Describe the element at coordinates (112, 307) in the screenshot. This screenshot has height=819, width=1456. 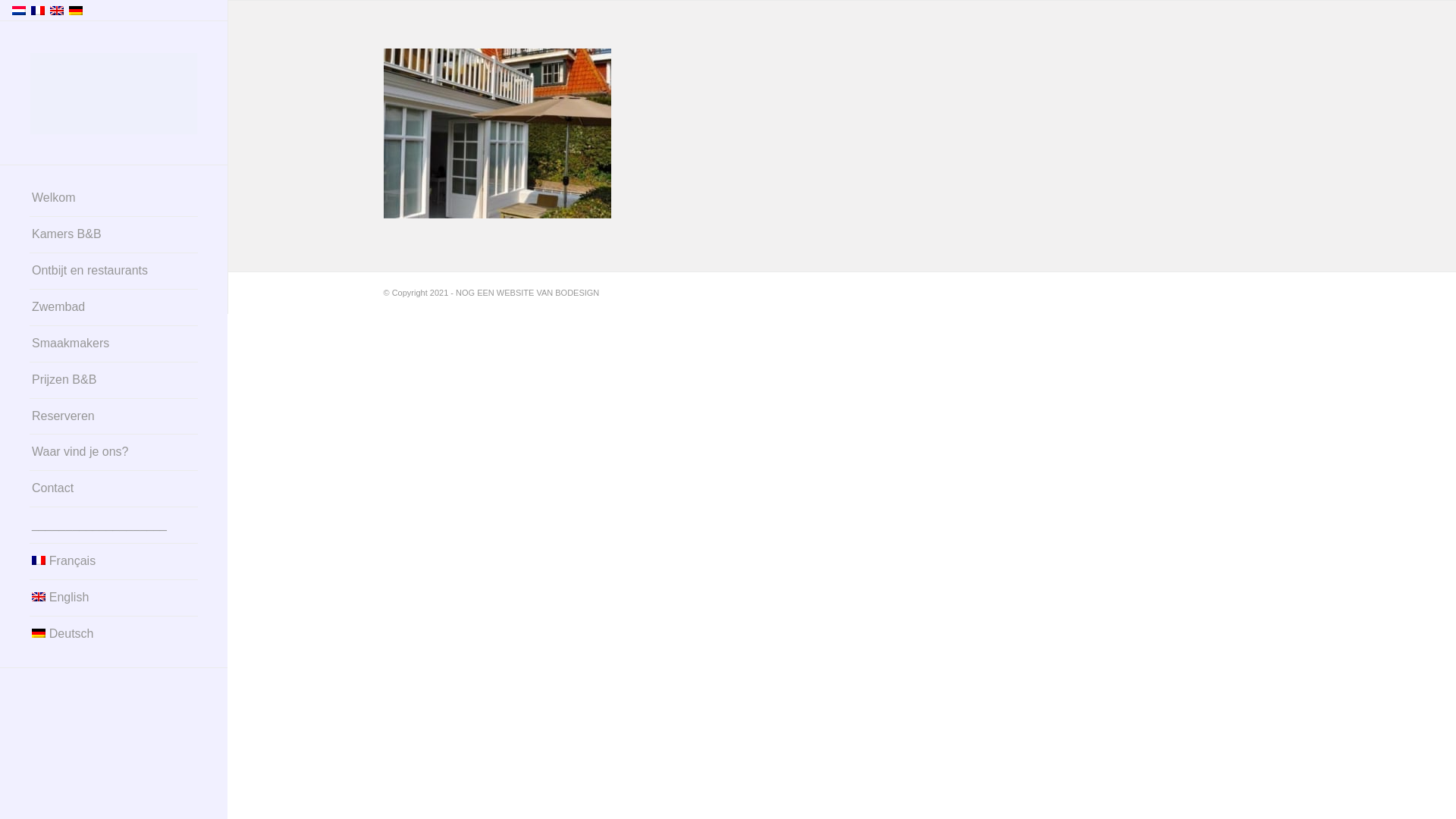
I see `'Zwembad'` at that location.